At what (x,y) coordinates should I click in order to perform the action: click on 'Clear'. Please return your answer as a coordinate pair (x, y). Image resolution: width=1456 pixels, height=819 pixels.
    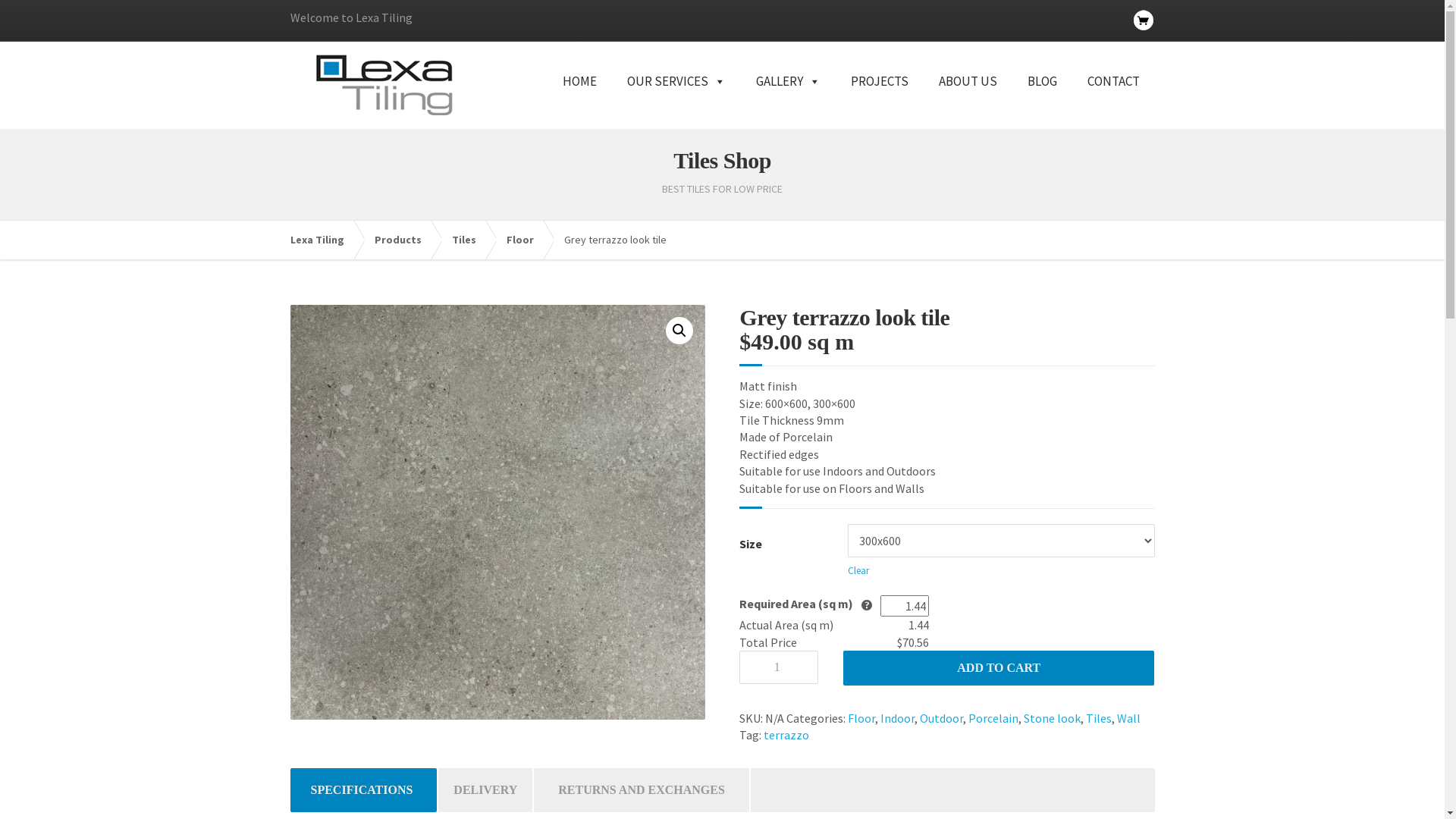
    Looking at the image, I should click on (858, 570).